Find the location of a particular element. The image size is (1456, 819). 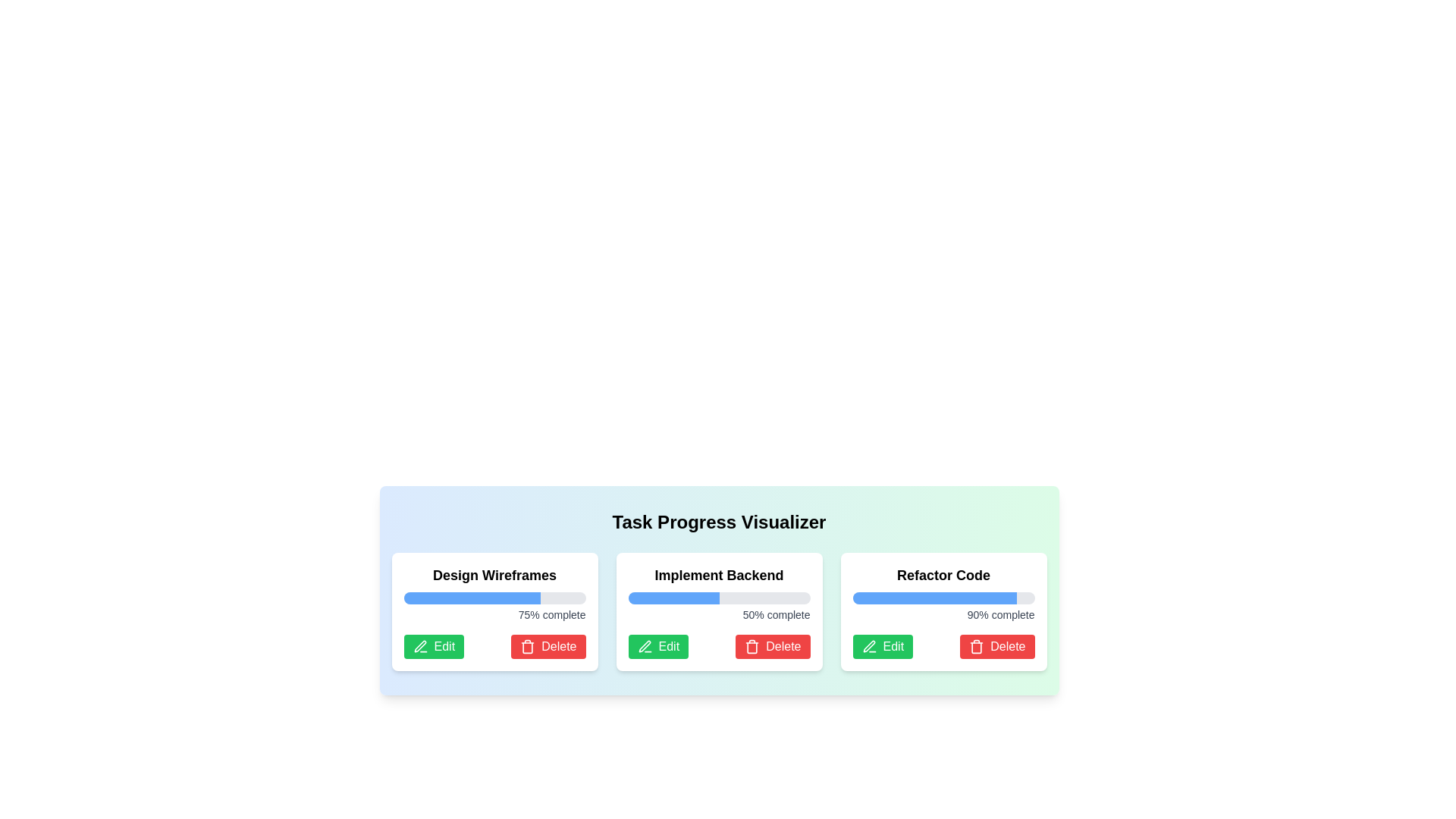

the horizontal progress bar styled as a rounded rectangle, located below the title 'Implement Backend' in the second card of the task visualizer is located at coordinates (718, 598).